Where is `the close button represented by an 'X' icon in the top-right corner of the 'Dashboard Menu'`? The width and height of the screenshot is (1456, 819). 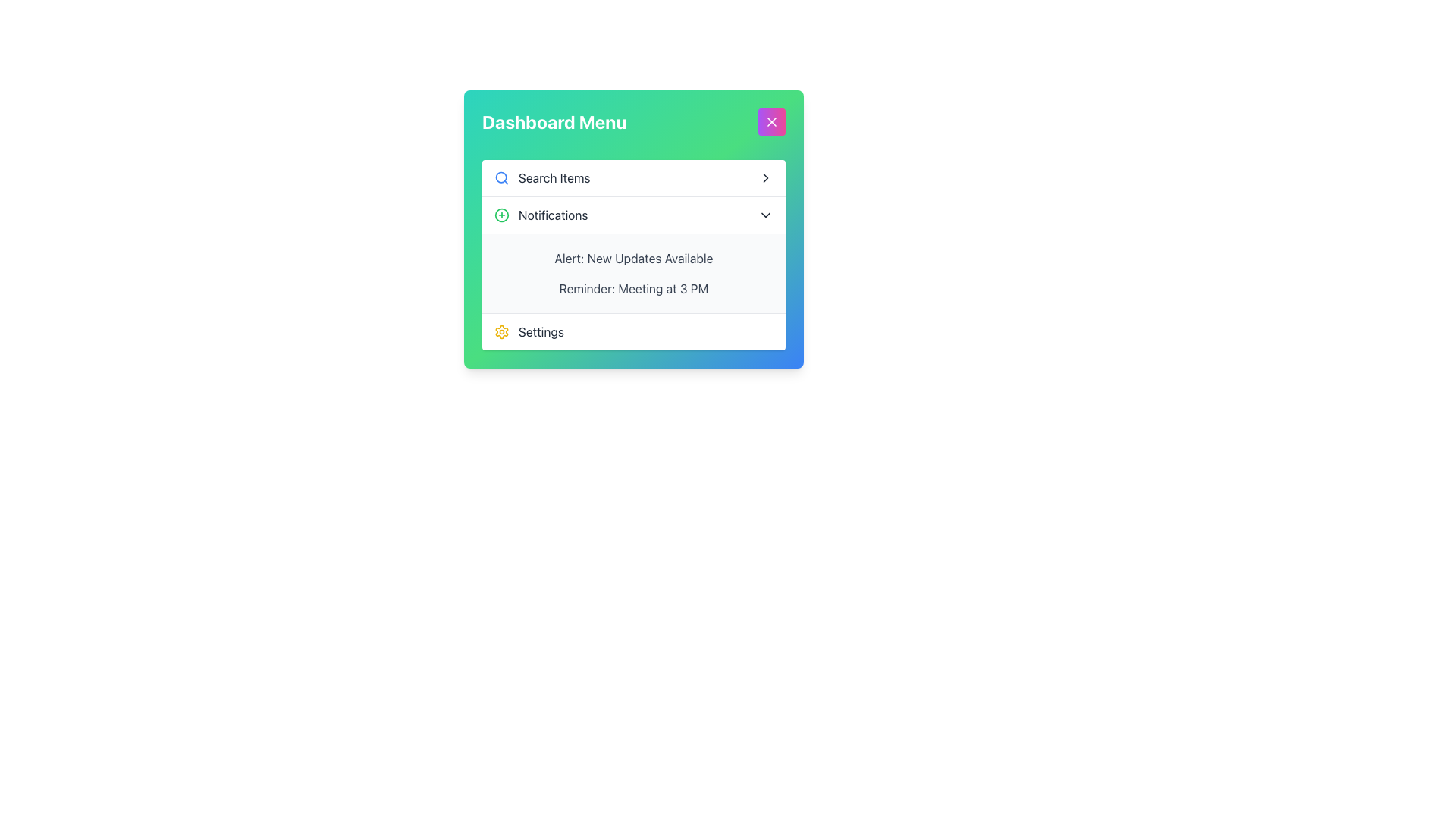
the close button represented by an 'X' icon in the top-right corner of the 'Dashboard Menu' is located at coordinates (771, 121).